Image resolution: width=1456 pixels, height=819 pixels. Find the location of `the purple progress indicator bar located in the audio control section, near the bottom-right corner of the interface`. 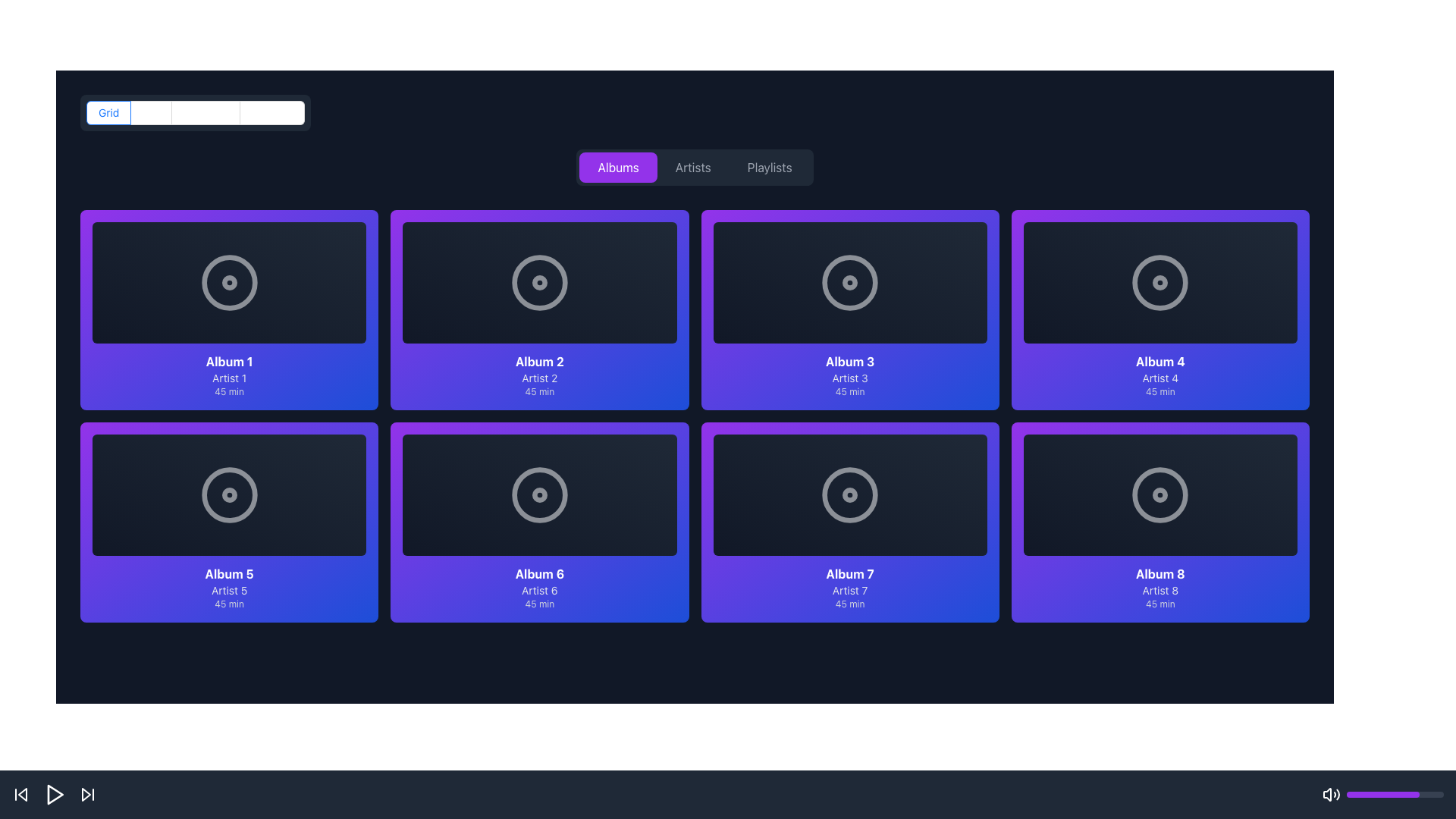

the purple progress indicator bar located in the audio control section, near the bottom-right corner of the interface is located at coordinates (1383, 794).